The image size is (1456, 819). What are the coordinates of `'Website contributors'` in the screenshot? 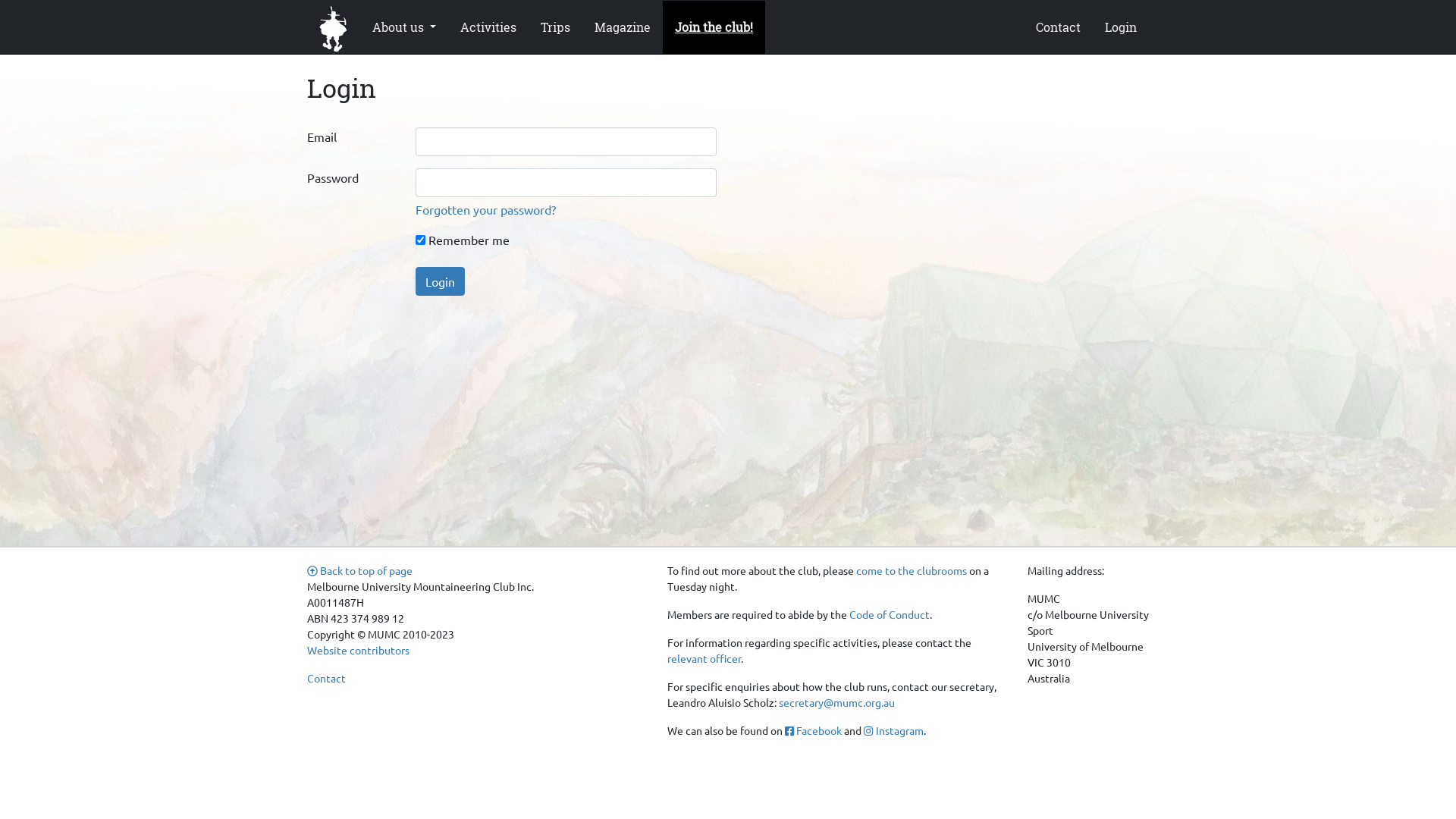 It's located at (357, 648).